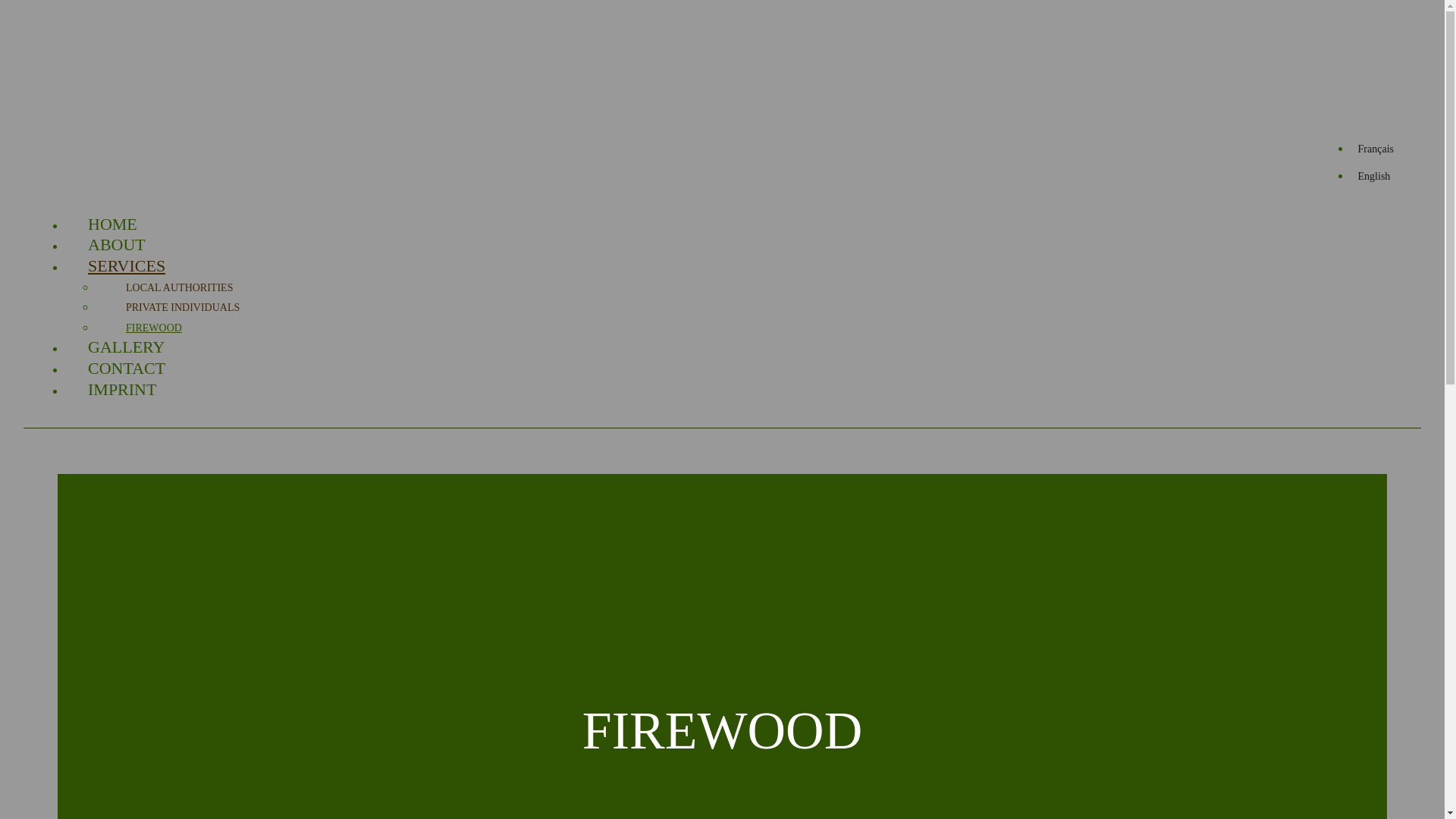 The height and width of the screenshot is (819, 1456). Describe the element at coordinates (179, 288) in the screenshot. I see `'LOCAL AUTHORITIES'` at that location.